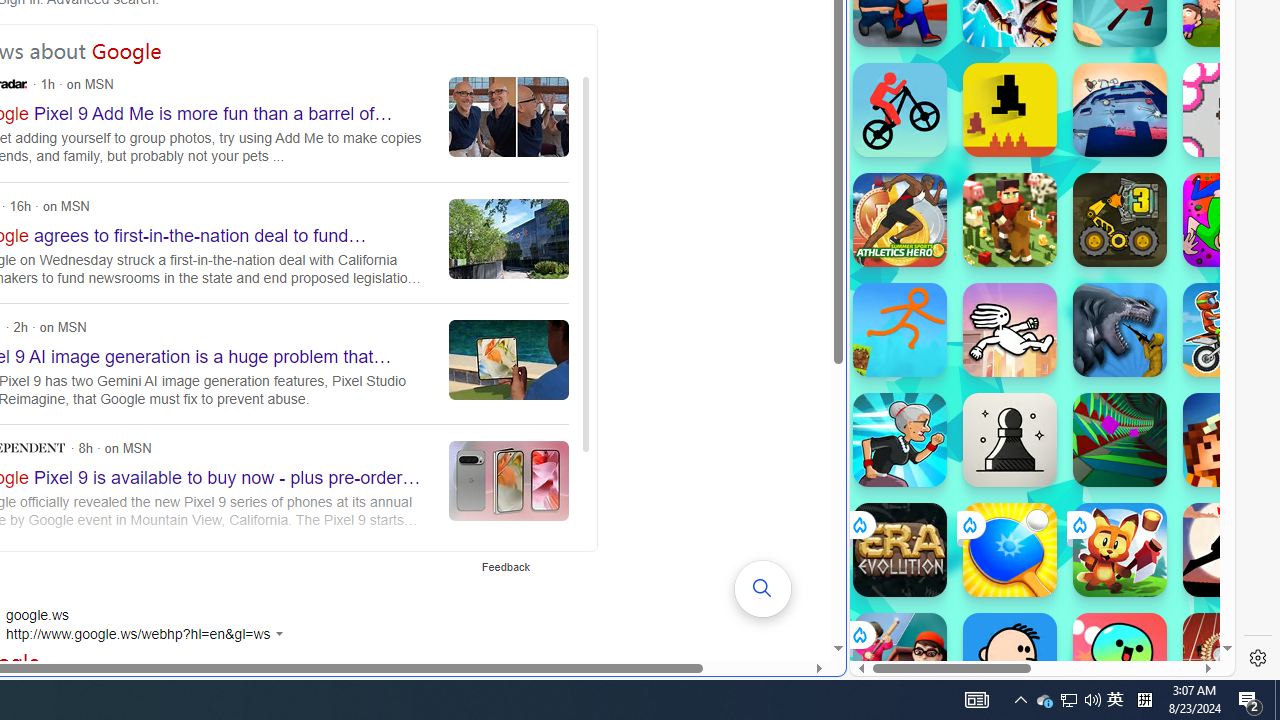 Image resolution: width=1280 pixels, height=720 pixels. I want to click on 'Poor Eddie Poor Eddie', so click(1009, 659).